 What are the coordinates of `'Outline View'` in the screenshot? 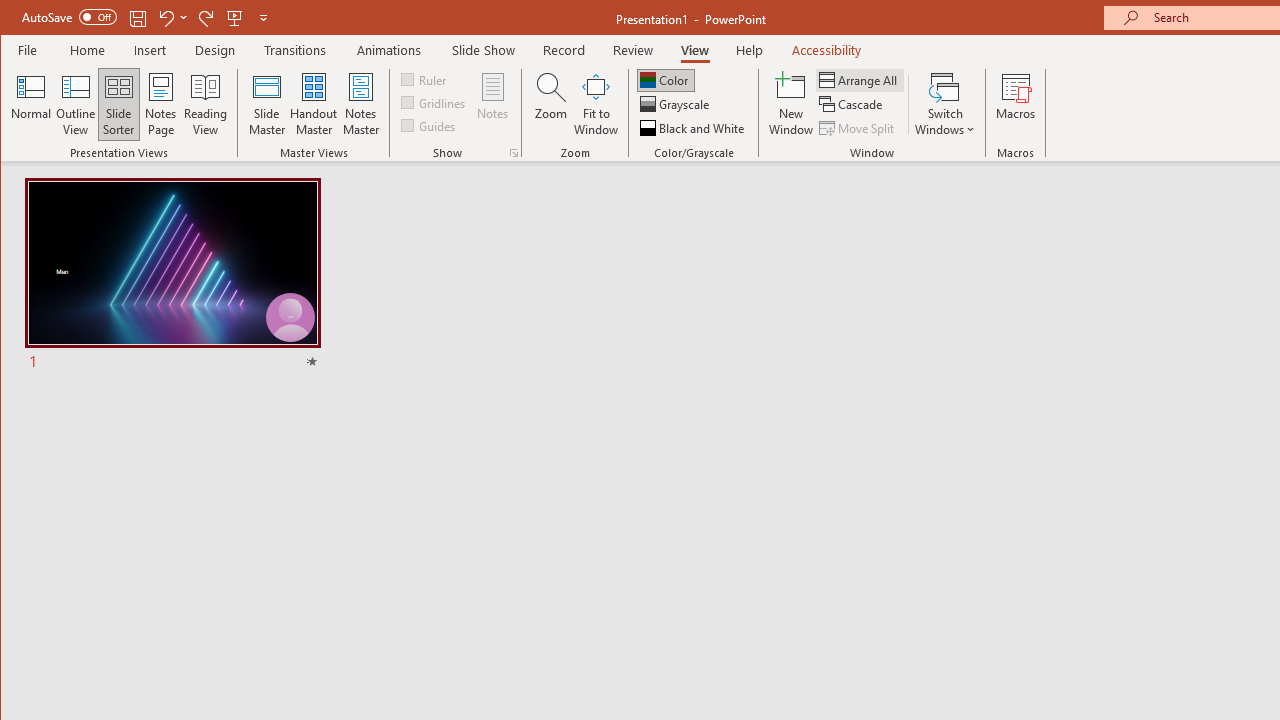 It's located at (76, 104).